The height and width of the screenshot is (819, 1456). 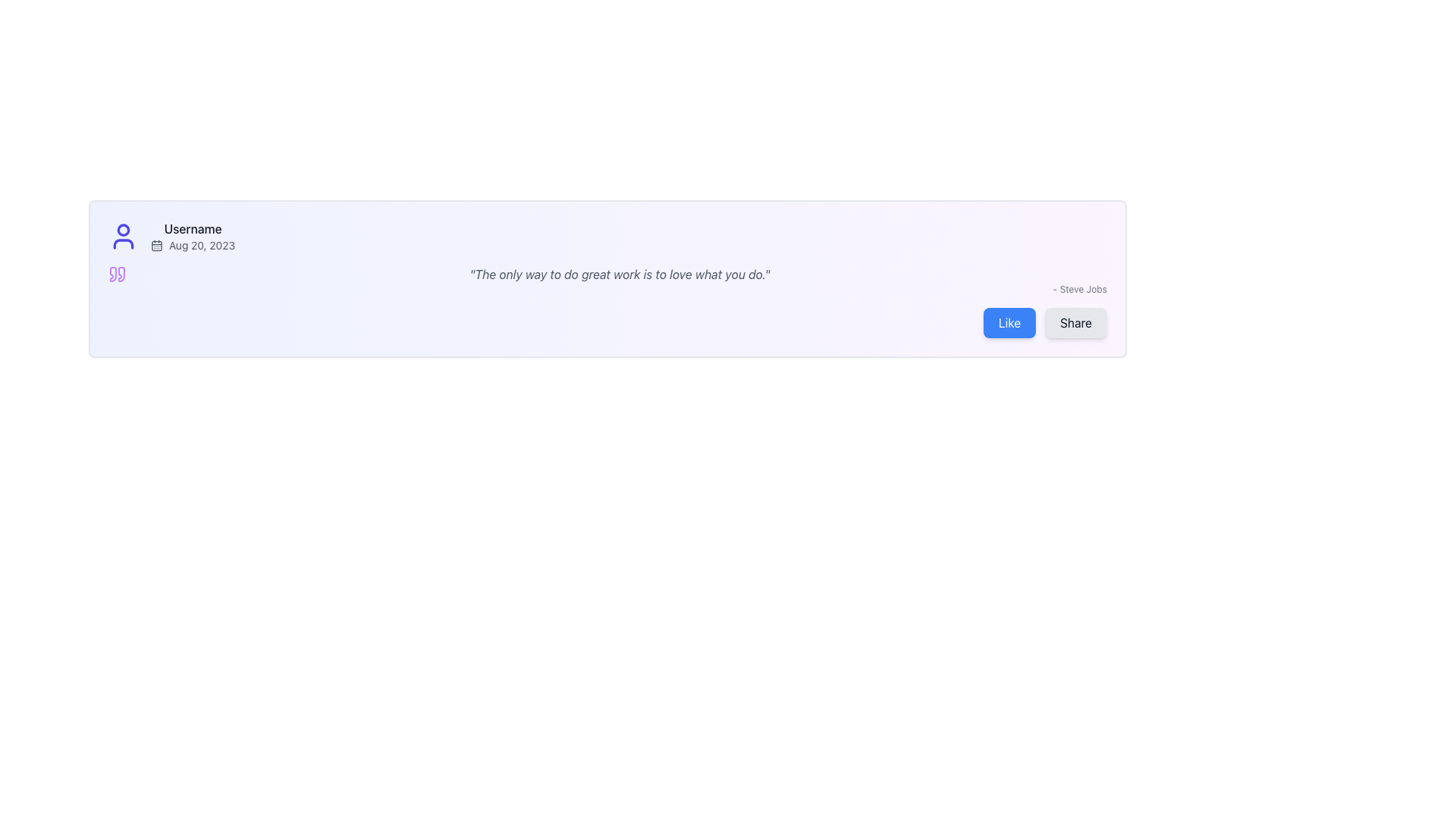 What do you see at coordinates (1009, 322) in the screenshot?
I see `the 'Like' button located at the bottom-right section of the user post card, which has a blue background and white text` at bounding box center [1009, 322].